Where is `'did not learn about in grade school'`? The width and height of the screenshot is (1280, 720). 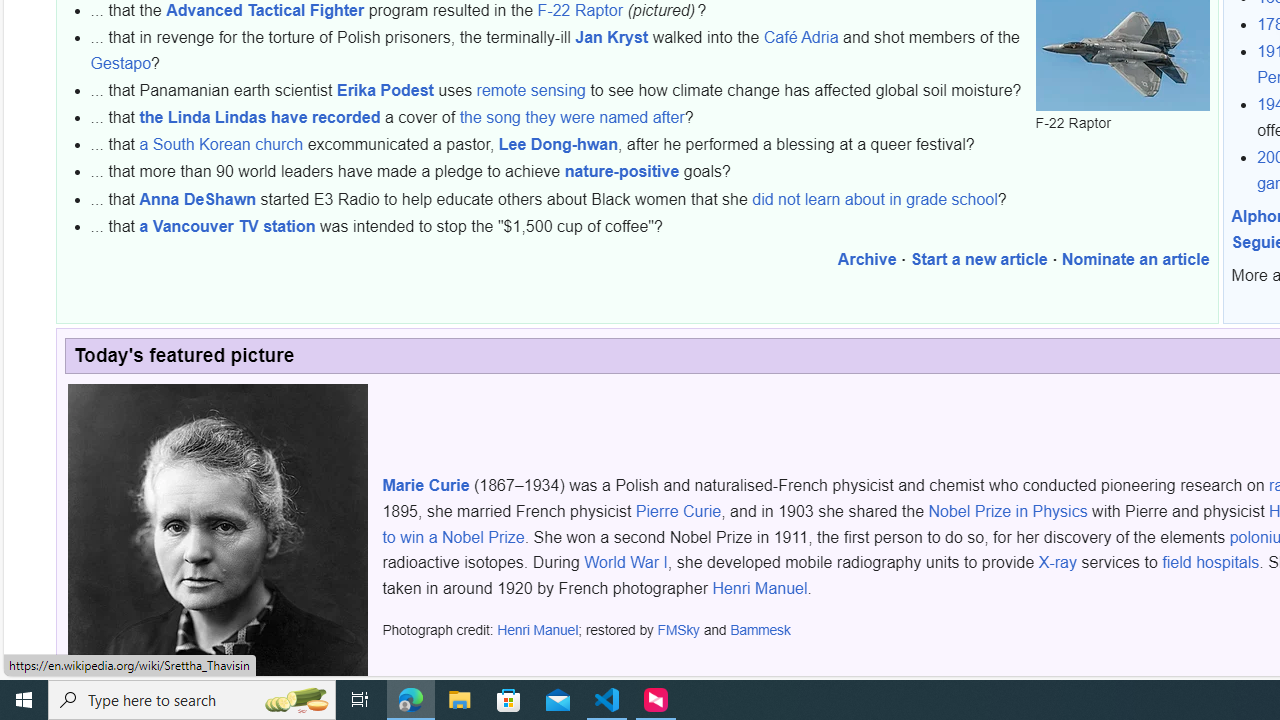 'did not learn about in grade school' is located at coordinates (875, 199).